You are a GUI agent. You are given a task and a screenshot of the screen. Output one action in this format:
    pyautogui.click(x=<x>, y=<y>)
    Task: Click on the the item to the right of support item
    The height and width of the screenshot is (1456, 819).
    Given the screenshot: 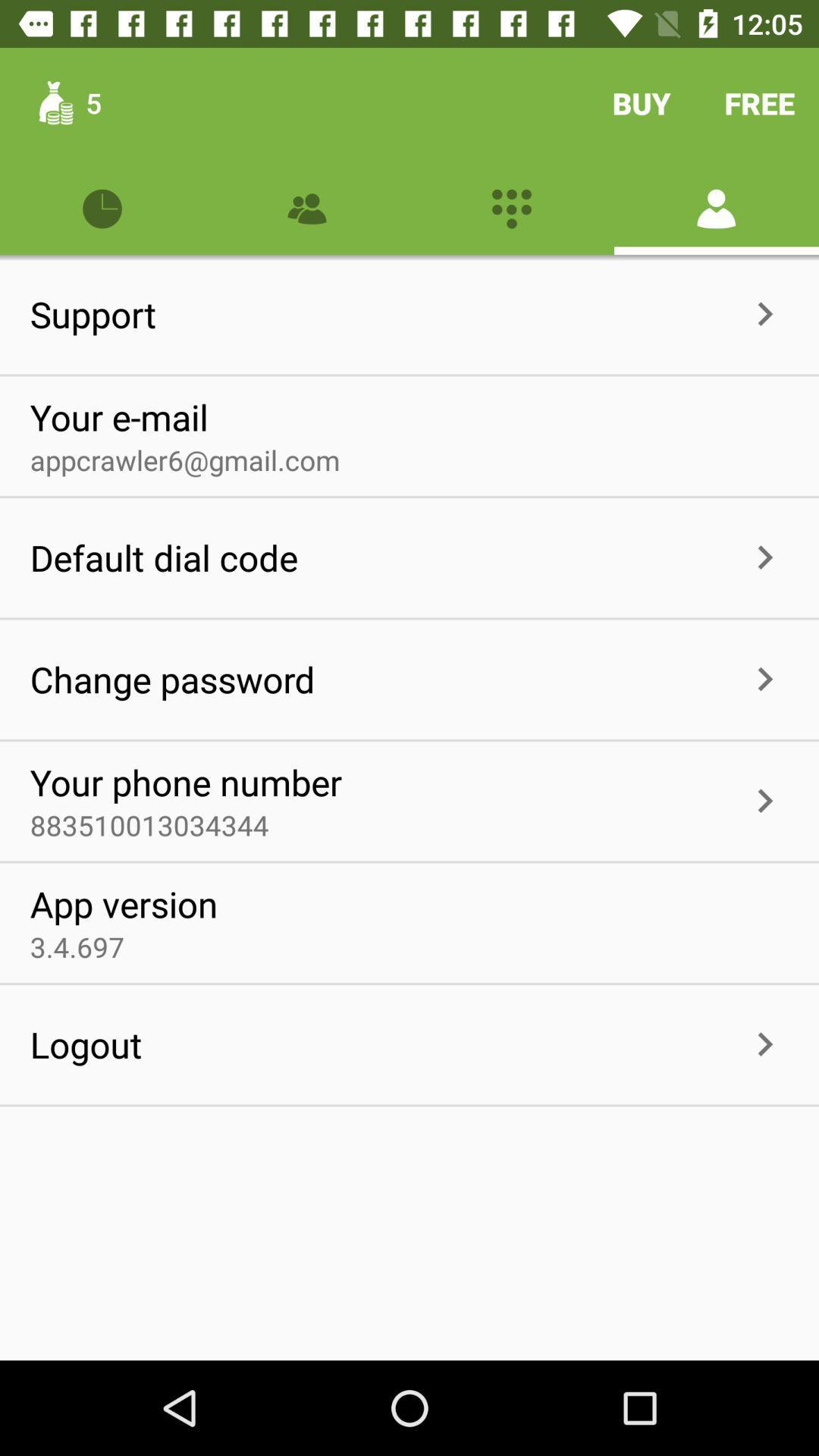 What is the action you would take?
    pyautogui.click(x=447, y=313)
    